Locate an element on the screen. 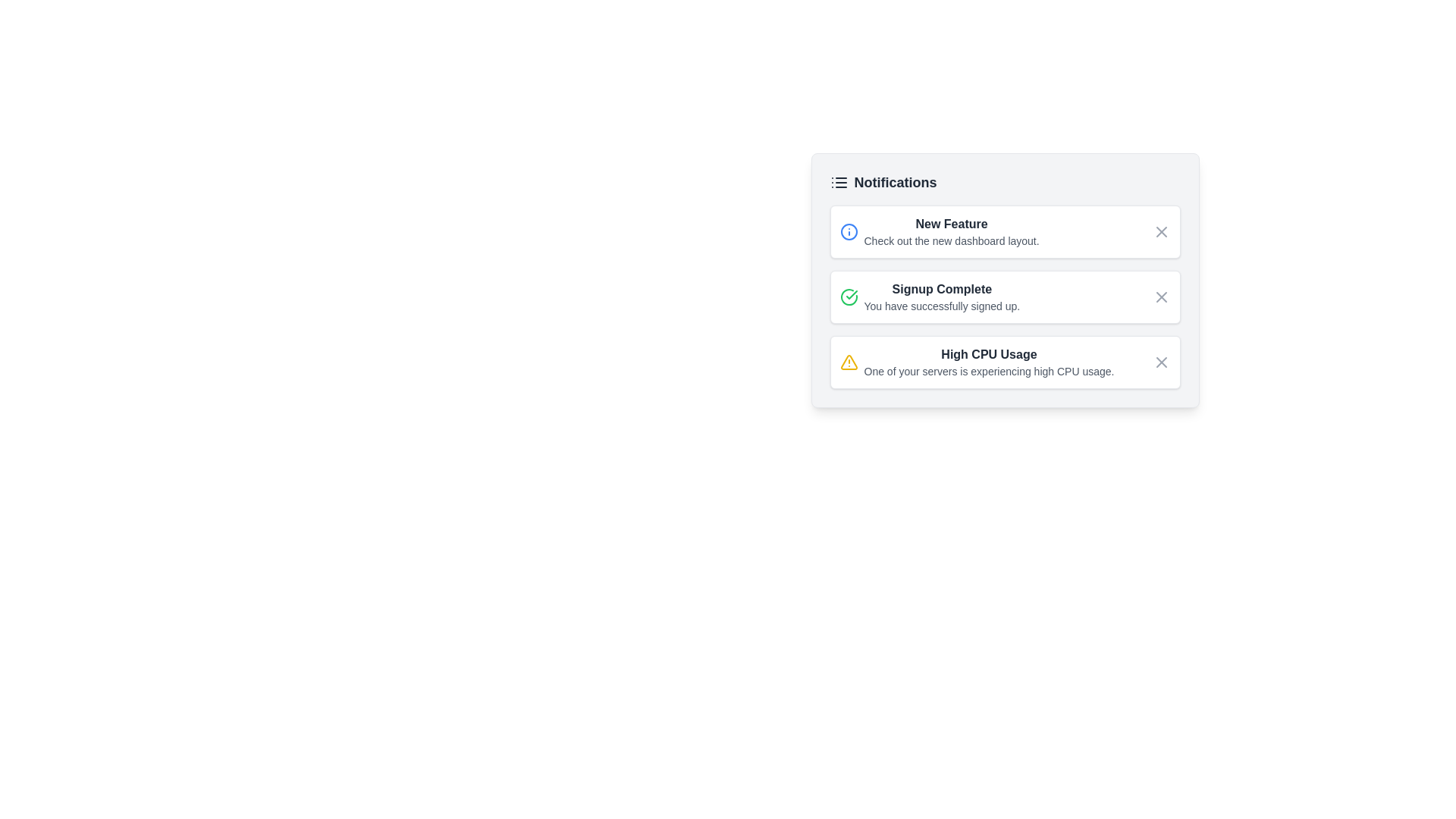 Image resolution: width=1456 pixels, height=819 pixels. confirmation message displayed in the textual announcement component, which contains the title 'Signup Complete' and the subtitle 'You have successfully signed up.' is located at coordinates (941, 297).